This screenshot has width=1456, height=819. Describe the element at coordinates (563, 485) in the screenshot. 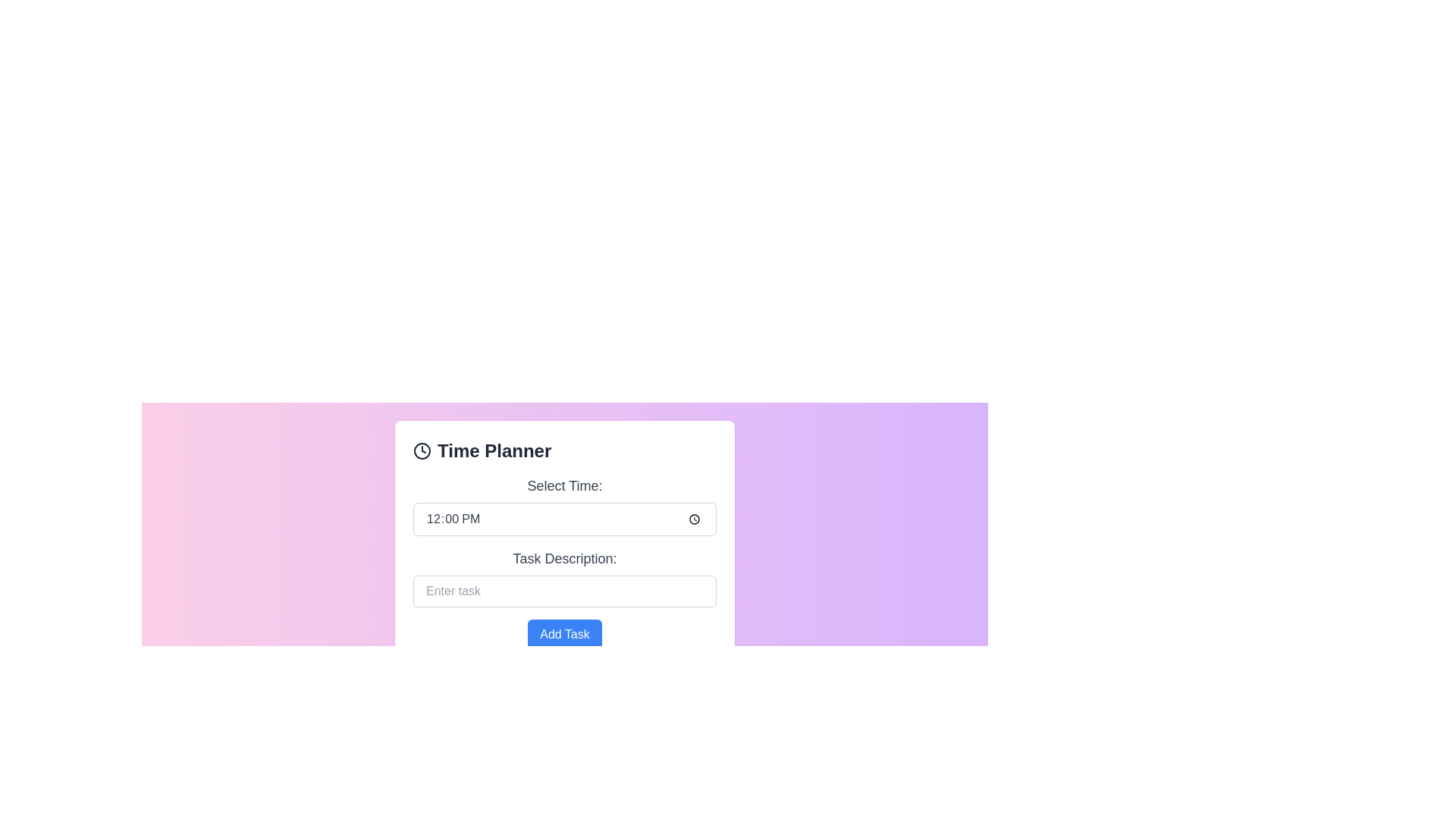

I see `the label that indicates the purpose of the time input field, which is positioned at the top of the section directly above the input` at that location.